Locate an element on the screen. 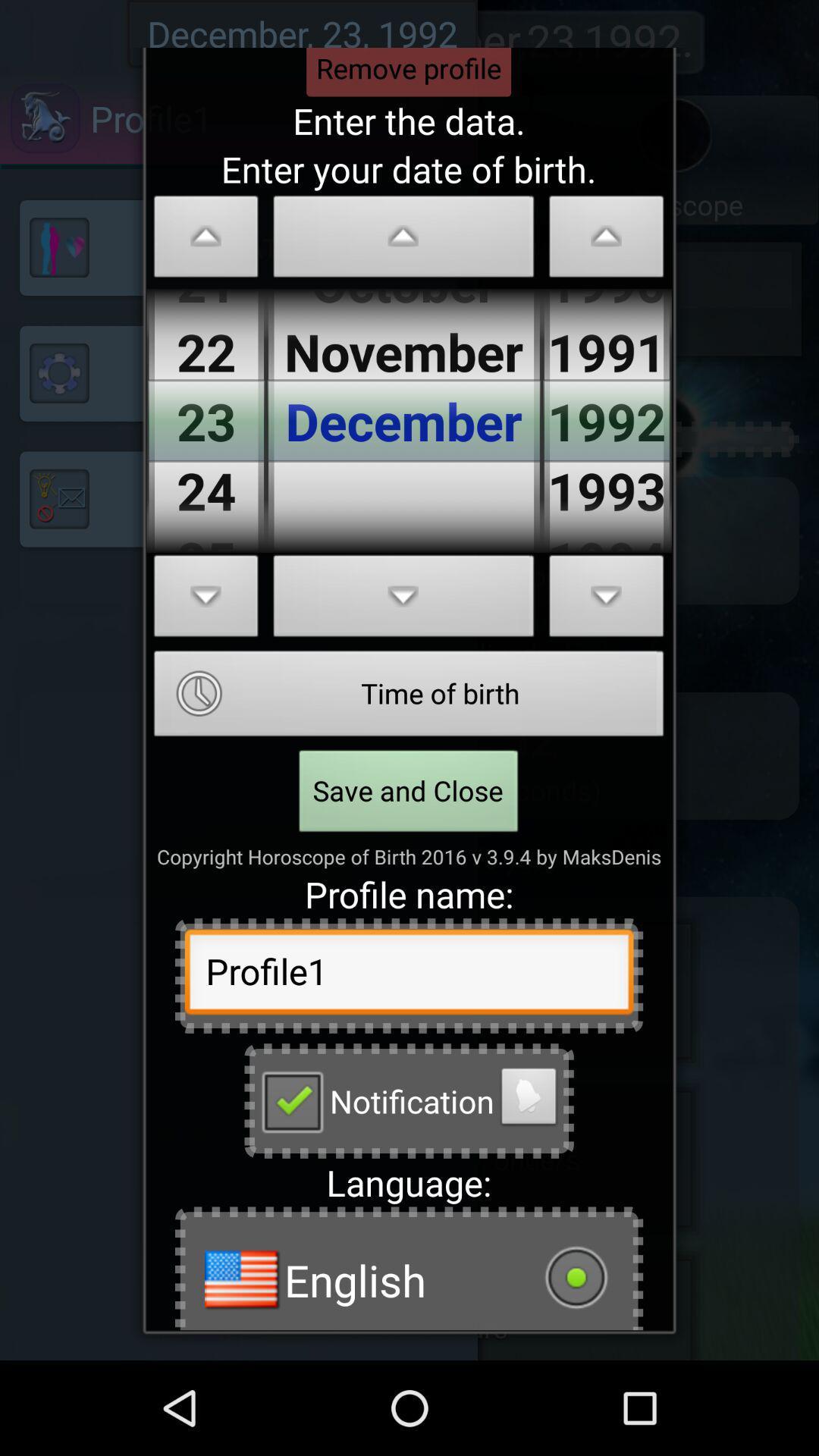  more is located at coordinates (403, 600).